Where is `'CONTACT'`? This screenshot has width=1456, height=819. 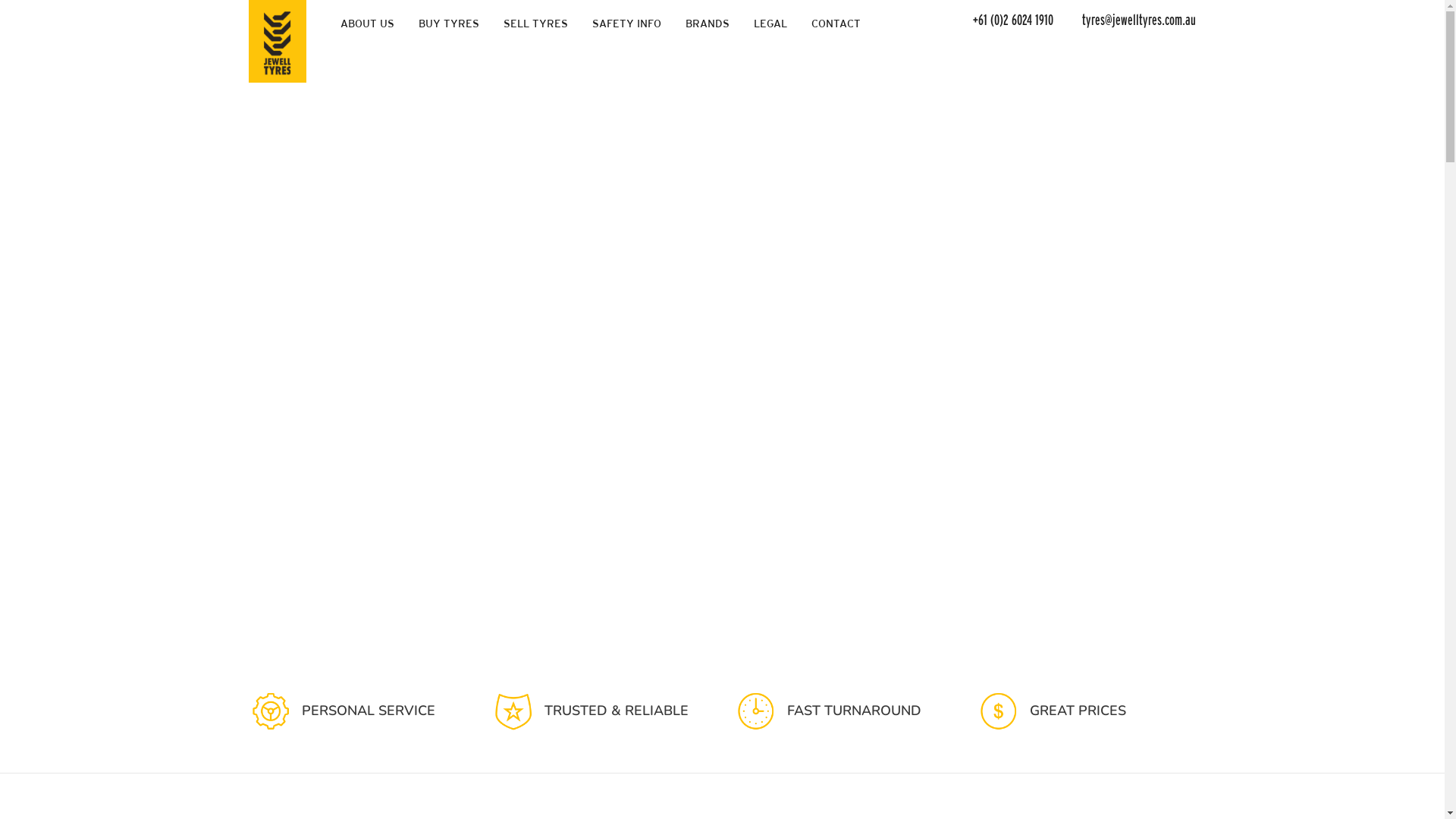 'CONTACT' is located at coordinates (800, 23).